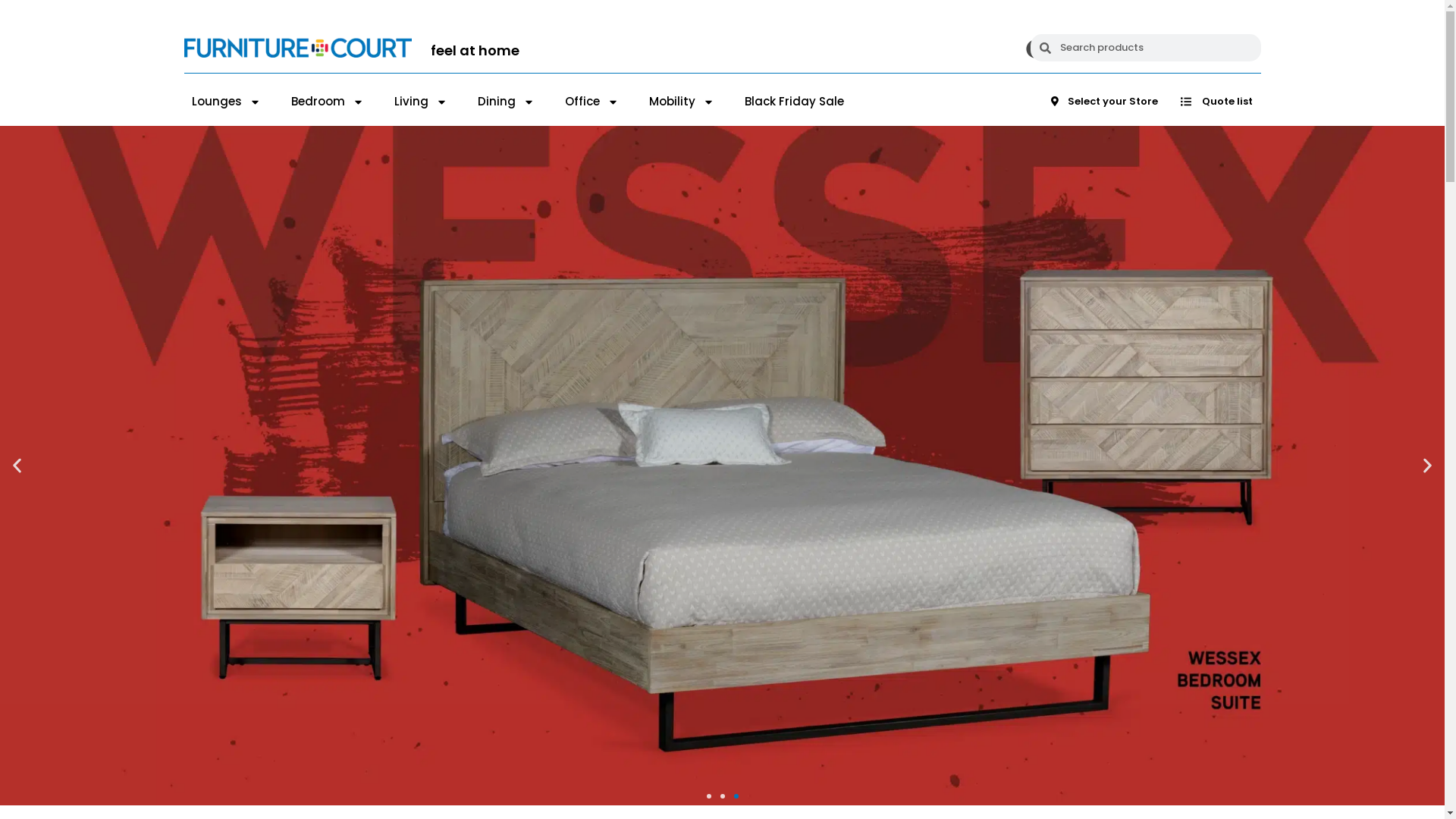  Describe the element at coordinates (1104, 102) in the screenshot. I see `'Select your Store'` at that location.